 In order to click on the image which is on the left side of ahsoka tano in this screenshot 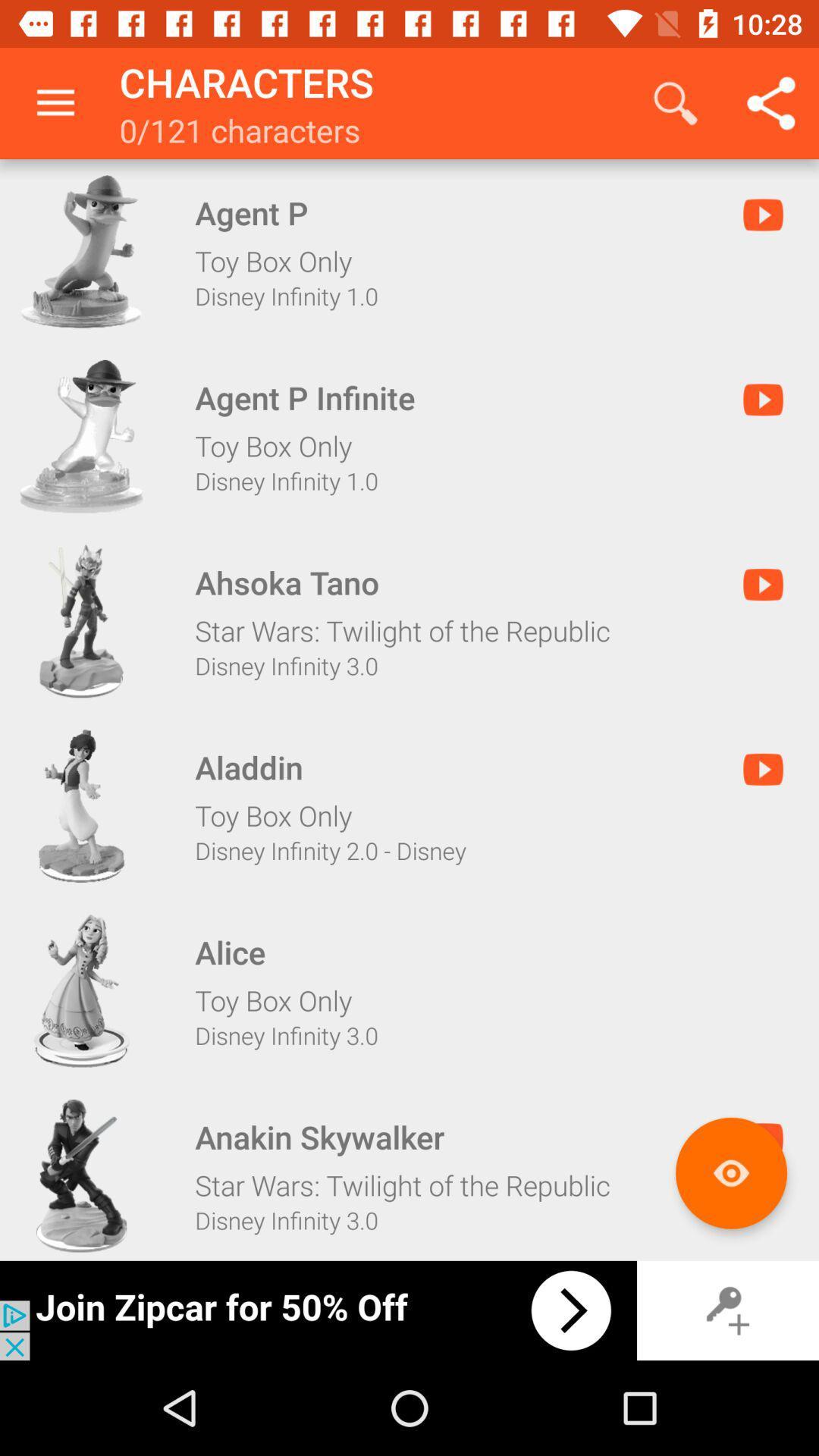, I will do `click(82, 621)`.